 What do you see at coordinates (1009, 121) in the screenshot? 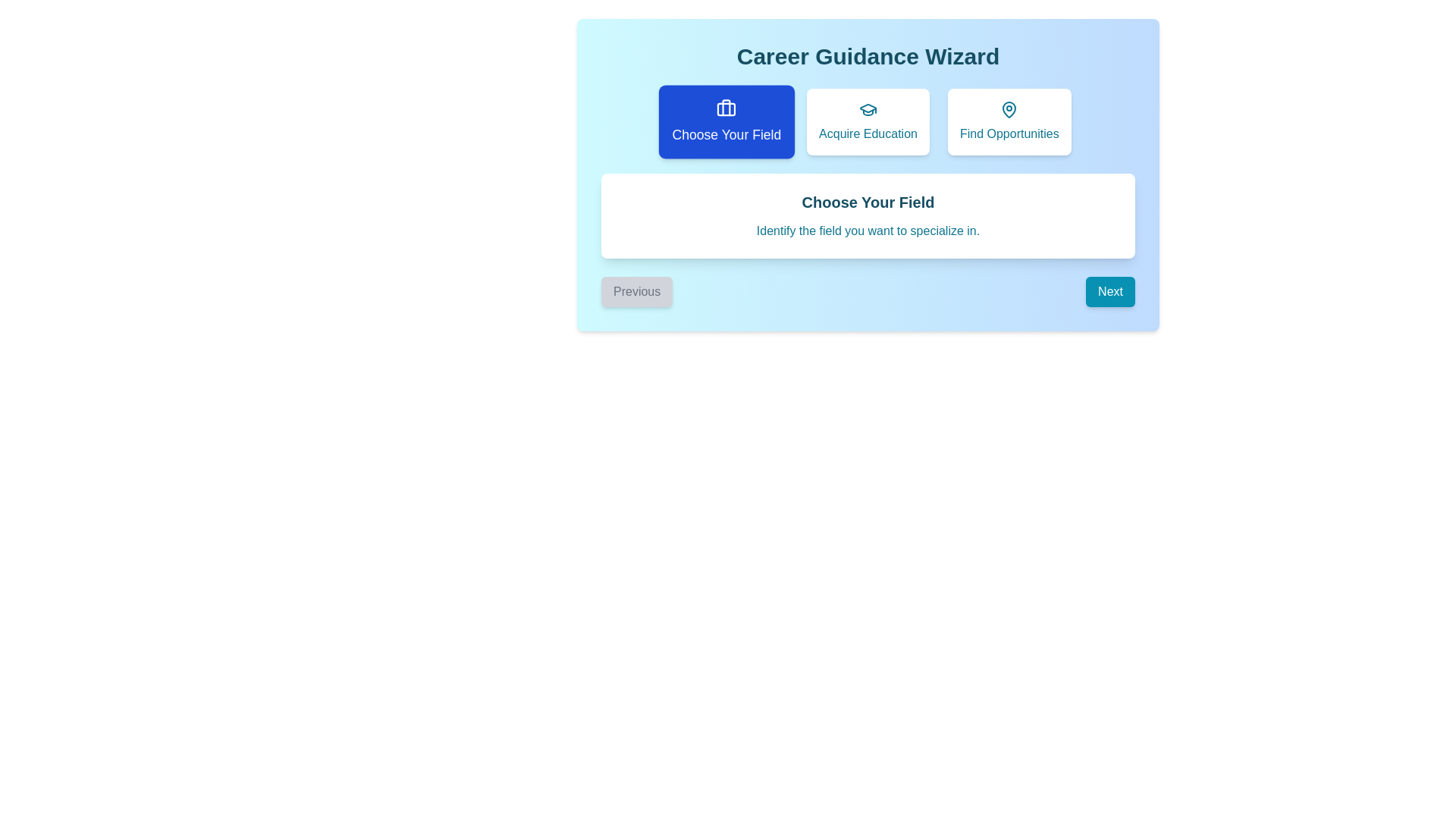
I see `the third button in a group of three, labeled as a navigational or interactive placeholder for exploring related opportunities, located centrally at the top of the interface` at bounding box center [1009, 121].